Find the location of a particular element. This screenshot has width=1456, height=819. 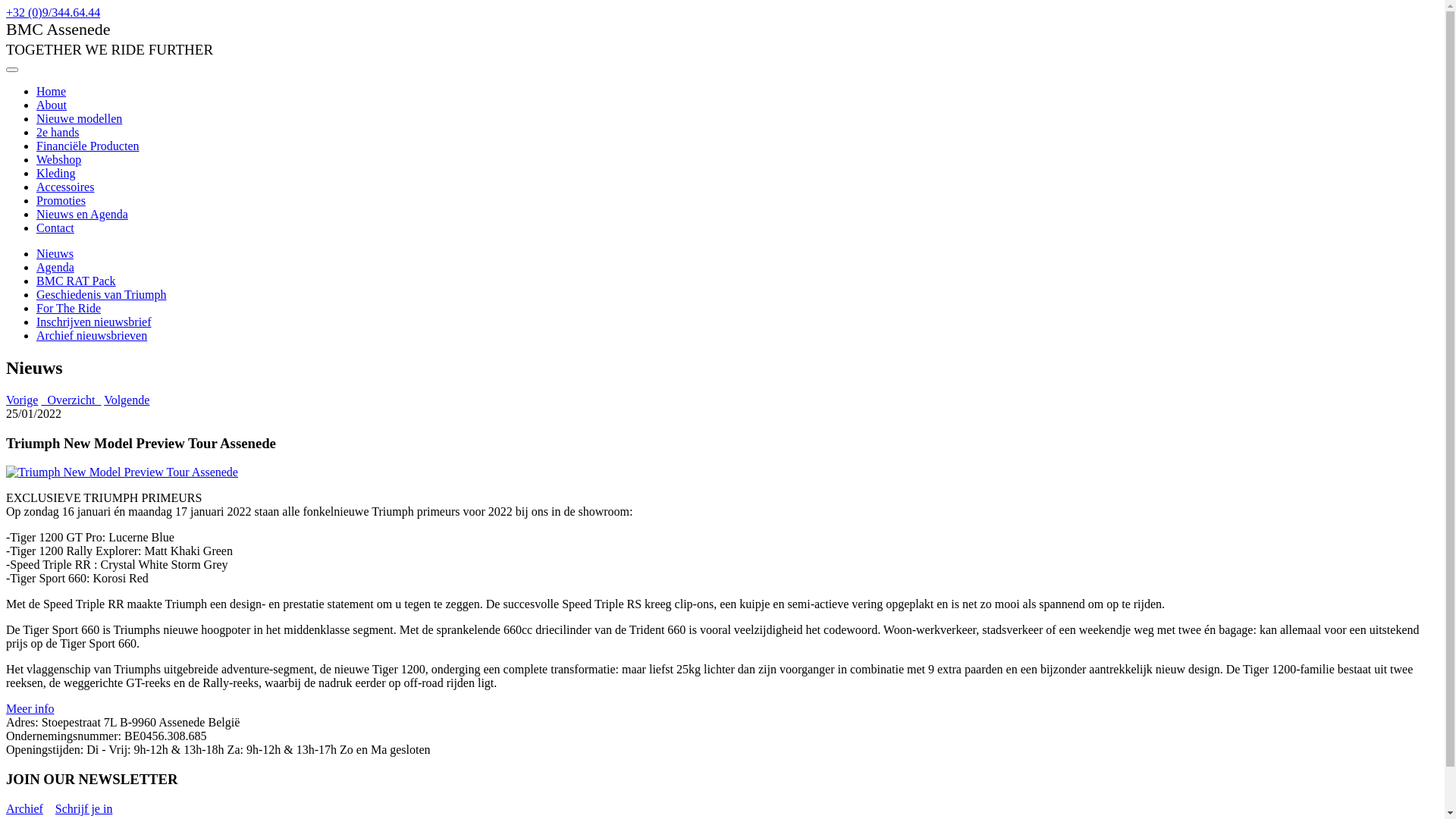

'2e hands' is located at coordinates (58, 131).